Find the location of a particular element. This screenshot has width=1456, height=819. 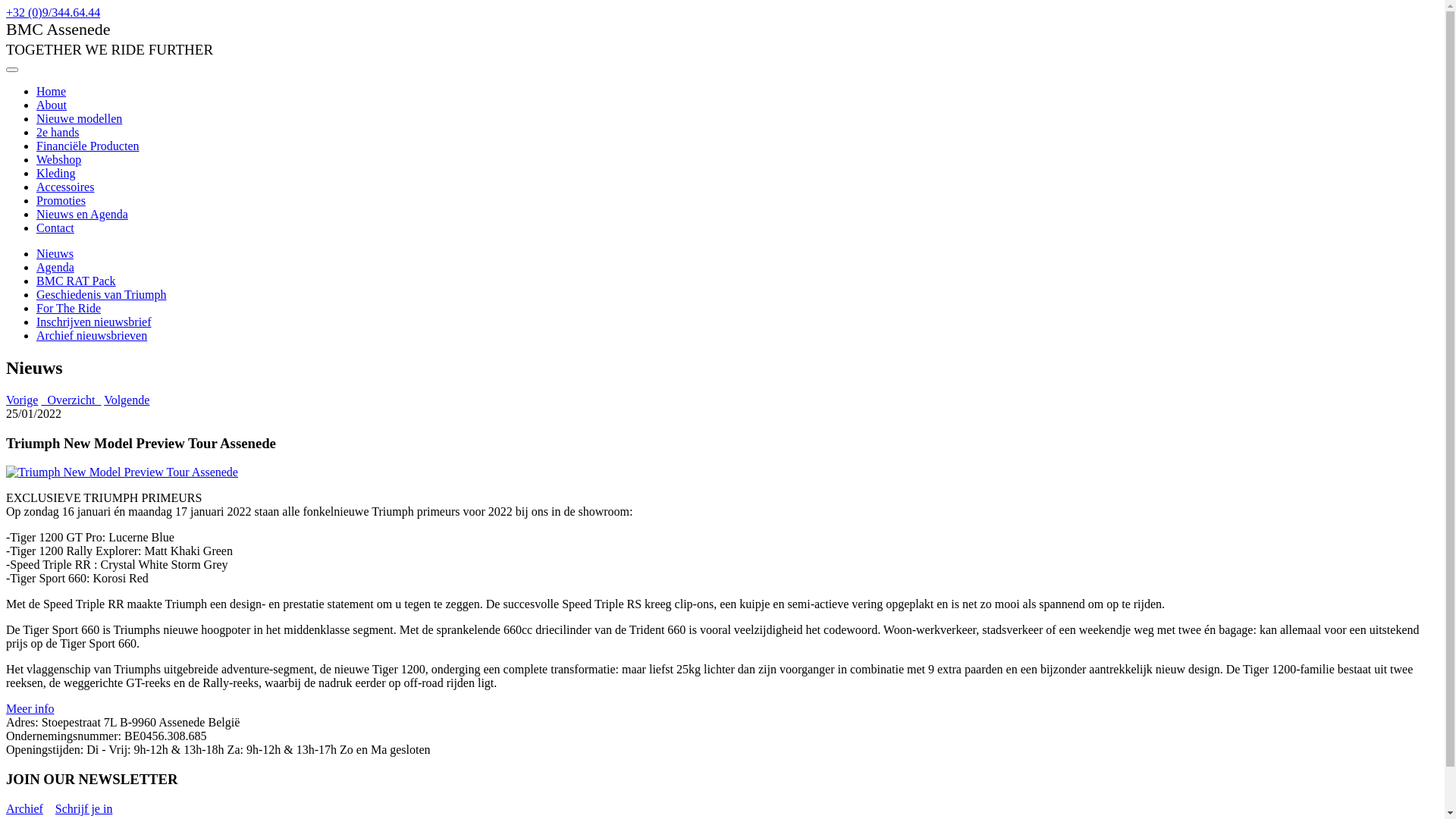

'2e hands' is located at coordinates (58, 131).